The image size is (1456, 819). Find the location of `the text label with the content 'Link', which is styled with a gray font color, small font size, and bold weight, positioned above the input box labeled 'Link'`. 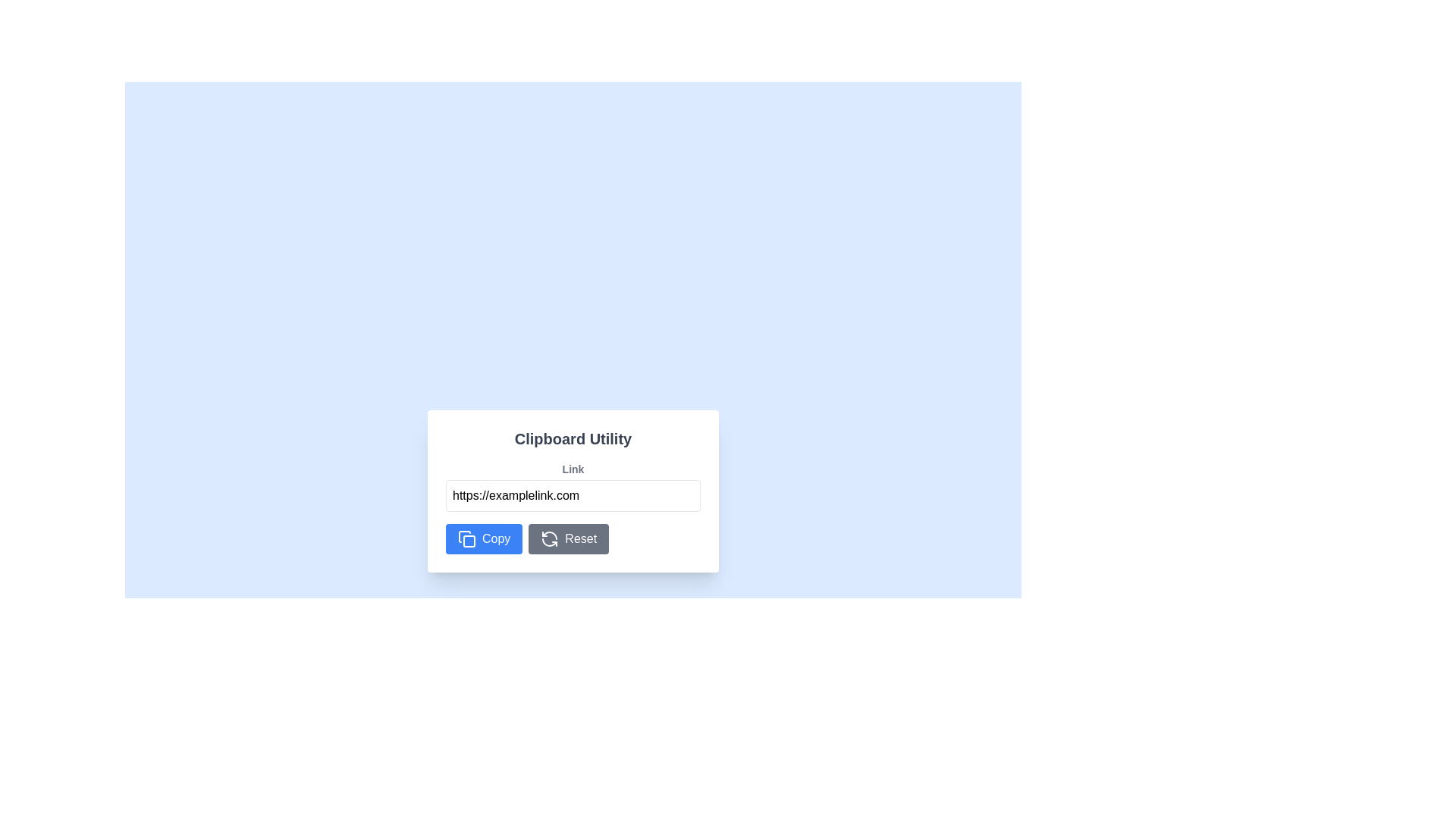

the text label with the content 'Link', which is styled with a gray font color, small font size, and bold weight, positioned above the input box labeled 'Link' is located at coordinates (572, 468).